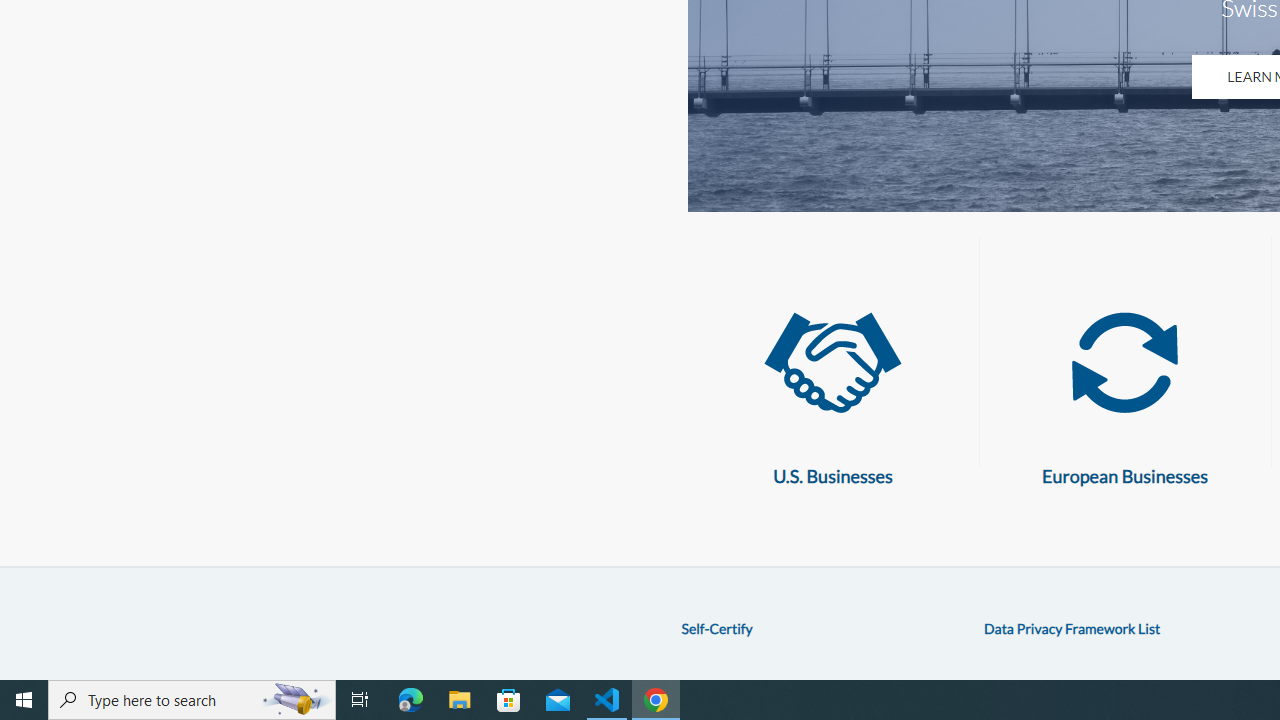 The height and width of the screenshot is (720, 1280). Describe the element at coordinates (1125, 363) in the screenshot. I see `'European Businesses'` at that location.